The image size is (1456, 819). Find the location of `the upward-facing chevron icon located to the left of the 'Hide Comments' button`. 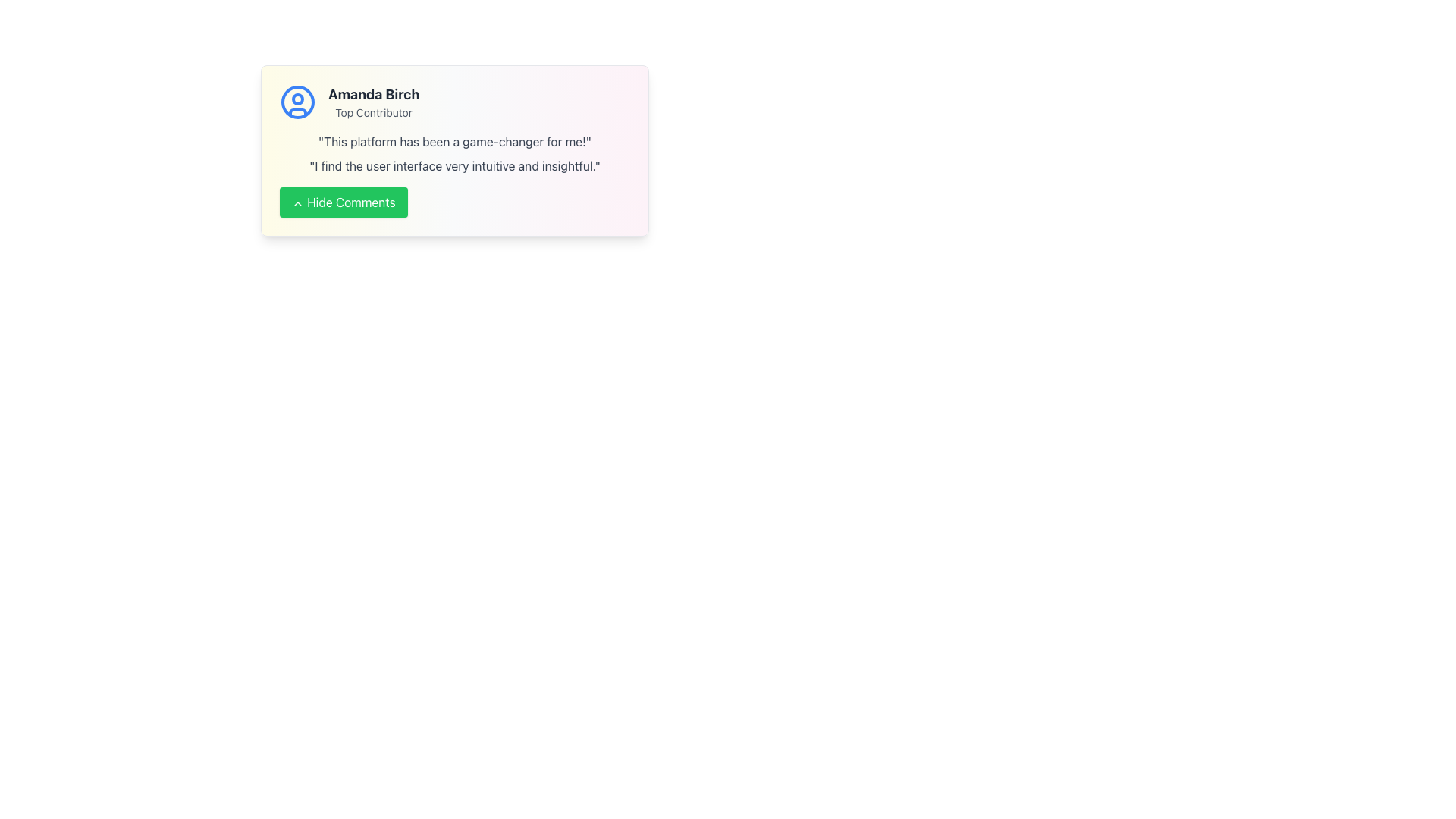

the upward-facing chevron icon located to the left of the 'Hide Comments' button is located at coordinates (298, 202).